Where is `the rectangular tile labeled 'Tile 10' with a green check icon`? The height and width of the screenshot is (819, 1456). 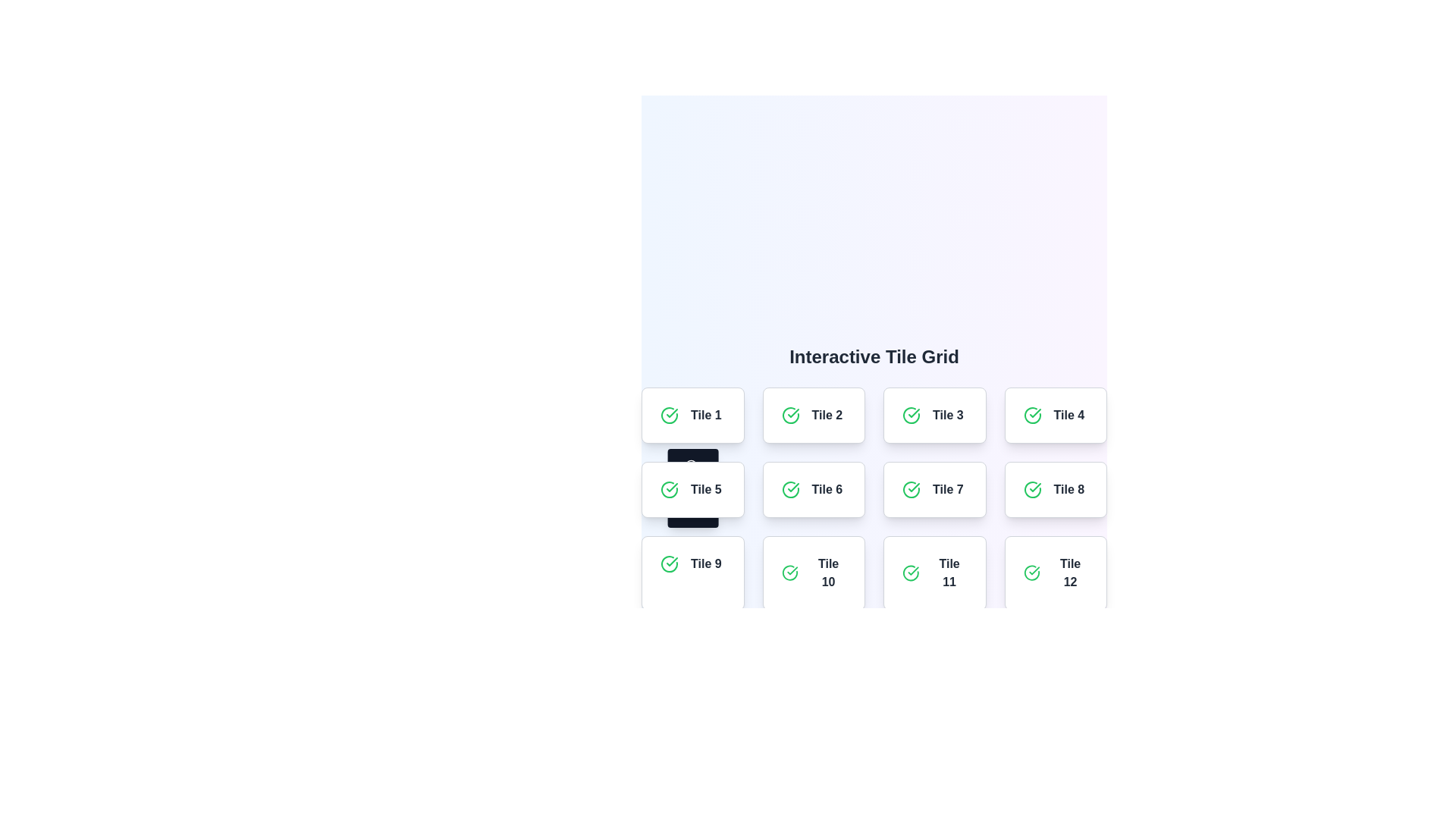 the rectangular tile labeled 'Tile 10' with a green check icon is located at coordinates (813, 573).